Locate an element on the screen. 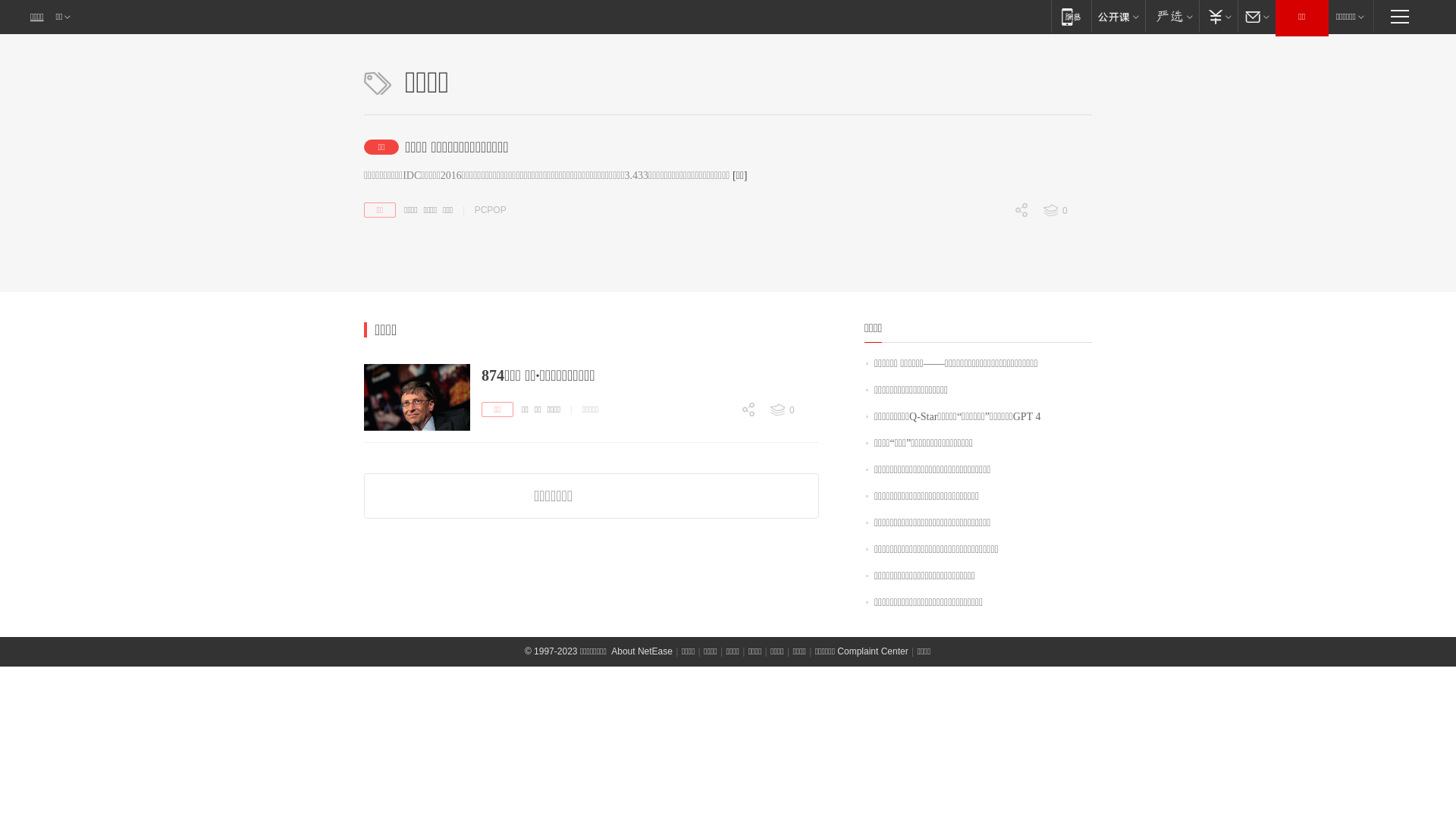  'About NetEase' is located at coordinates (642, 651).